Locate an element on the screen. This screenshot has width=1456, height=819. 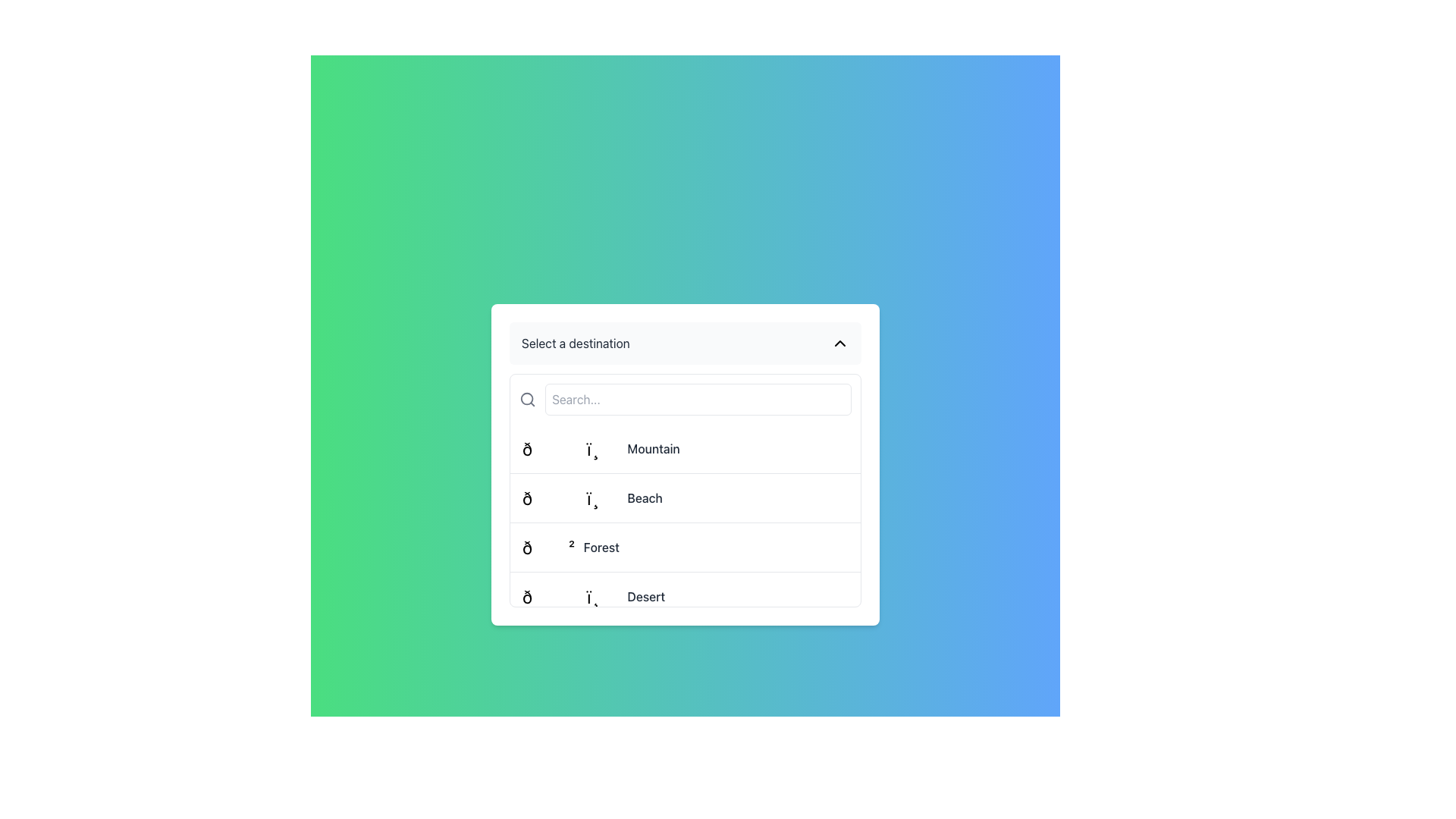
the text label displaying 'Desert' in gray color, which is the last option in the dropdown menu titled 'Select a destination' is located at coordinates (646, 595).